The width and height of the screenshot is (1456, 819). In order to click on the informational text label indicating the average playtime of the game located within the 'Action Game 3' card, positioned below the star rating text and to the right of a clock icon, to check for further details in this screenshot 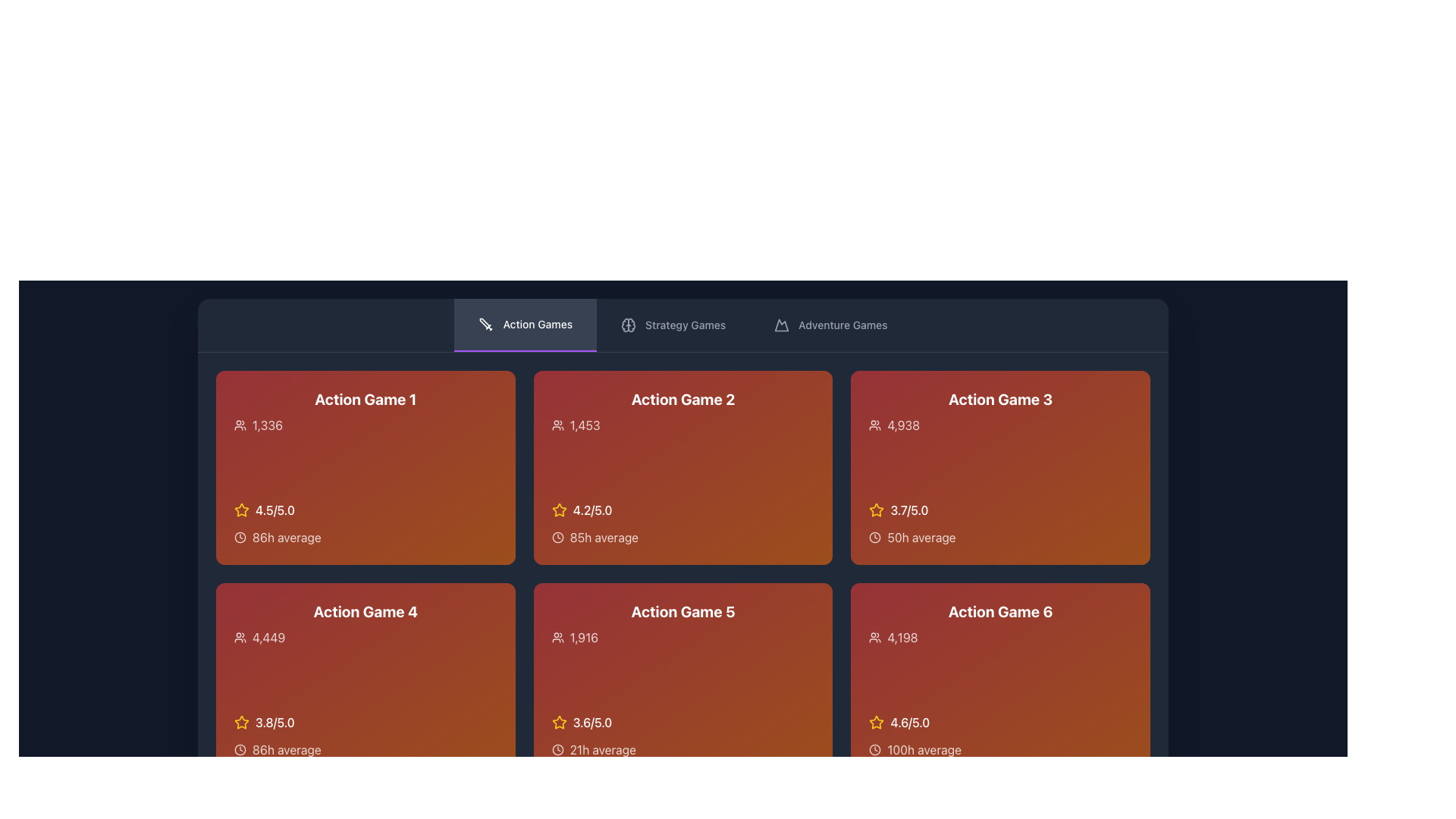, I will do `click(921, 537)`.